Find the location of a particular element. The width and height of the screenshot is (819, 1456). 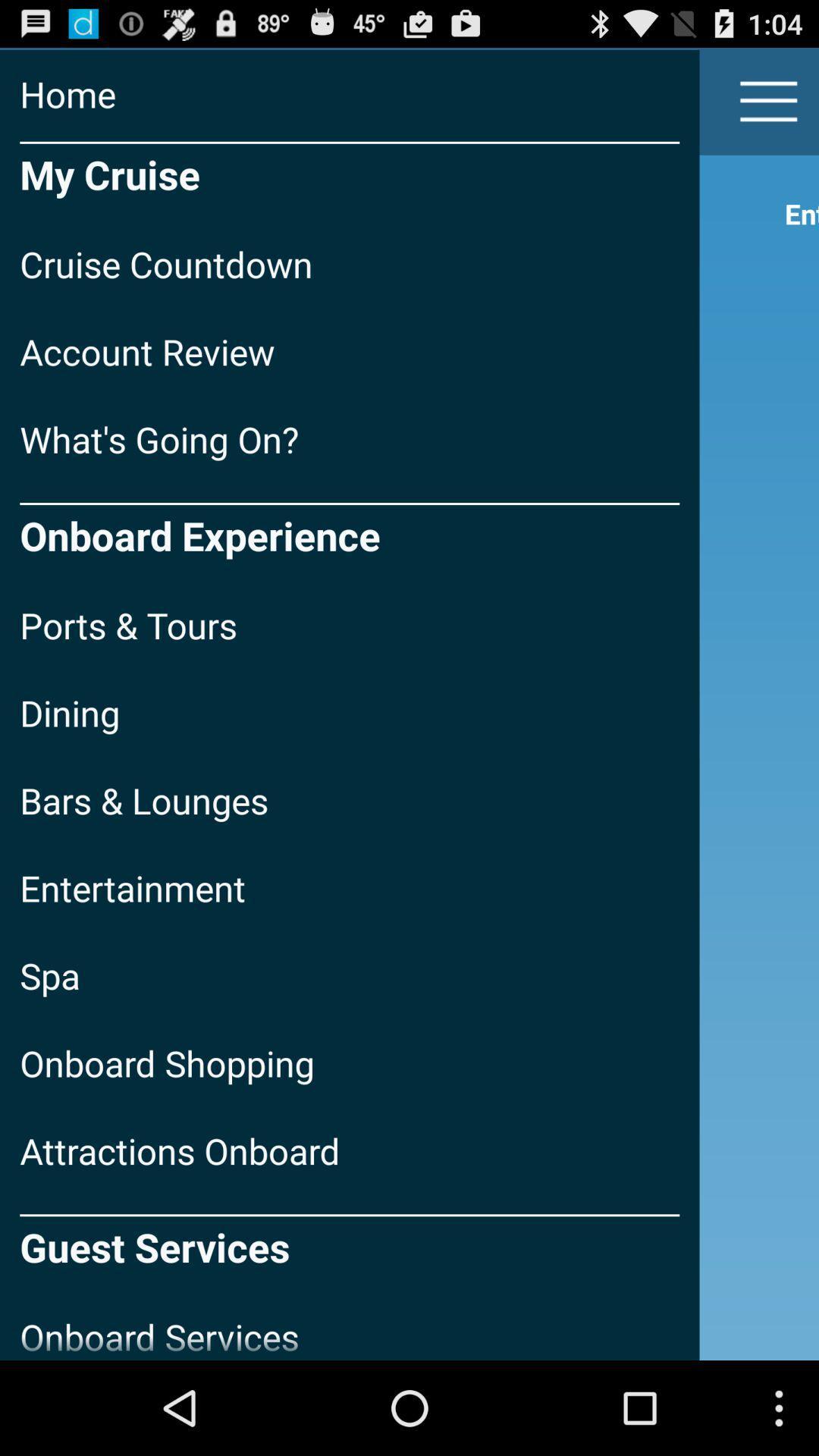

the menu icon is located at coordinates (769, 108).